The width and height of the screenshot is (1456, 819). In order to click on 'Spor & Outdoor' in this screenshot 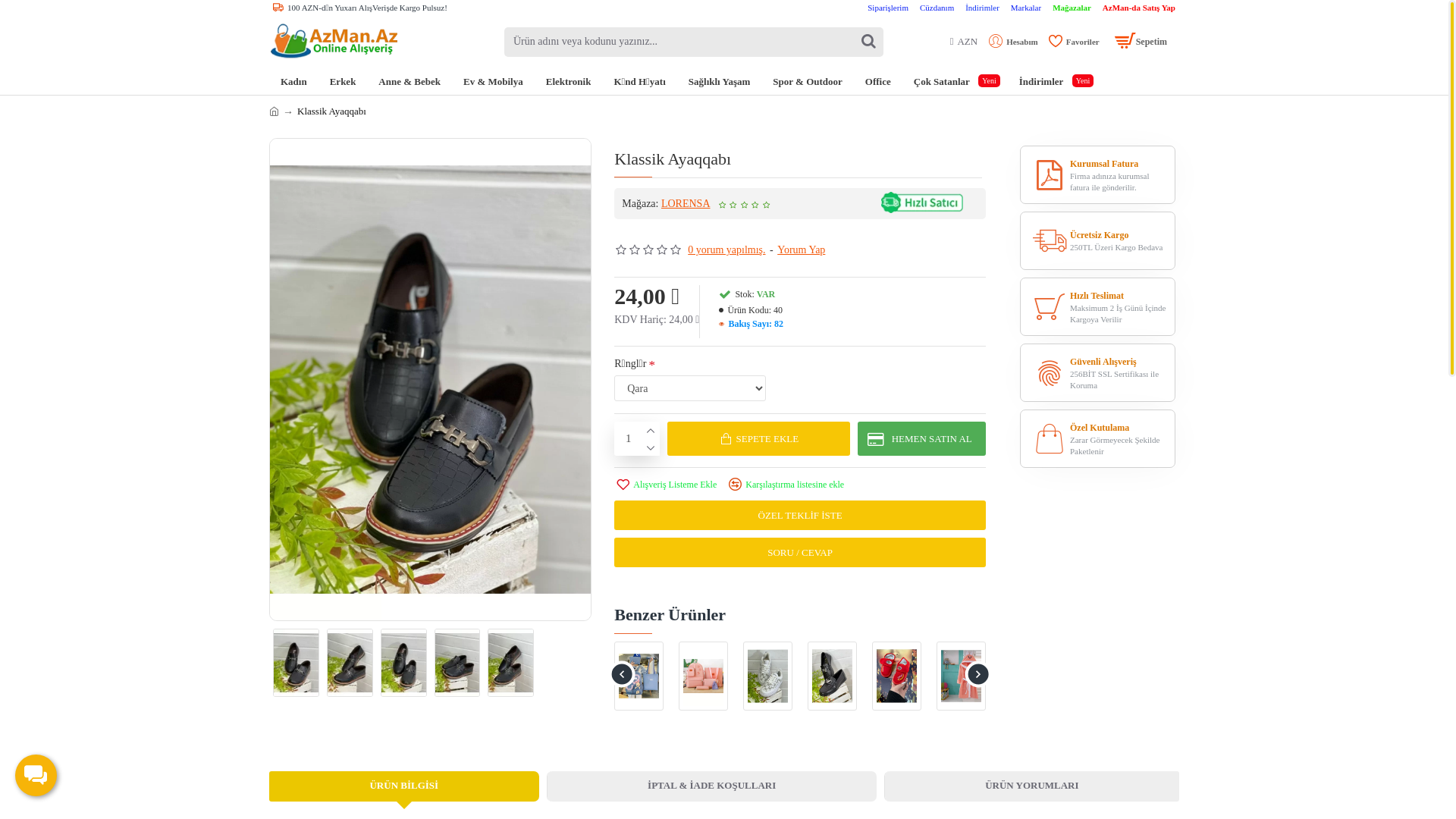, I will do `click(807, 81)`.